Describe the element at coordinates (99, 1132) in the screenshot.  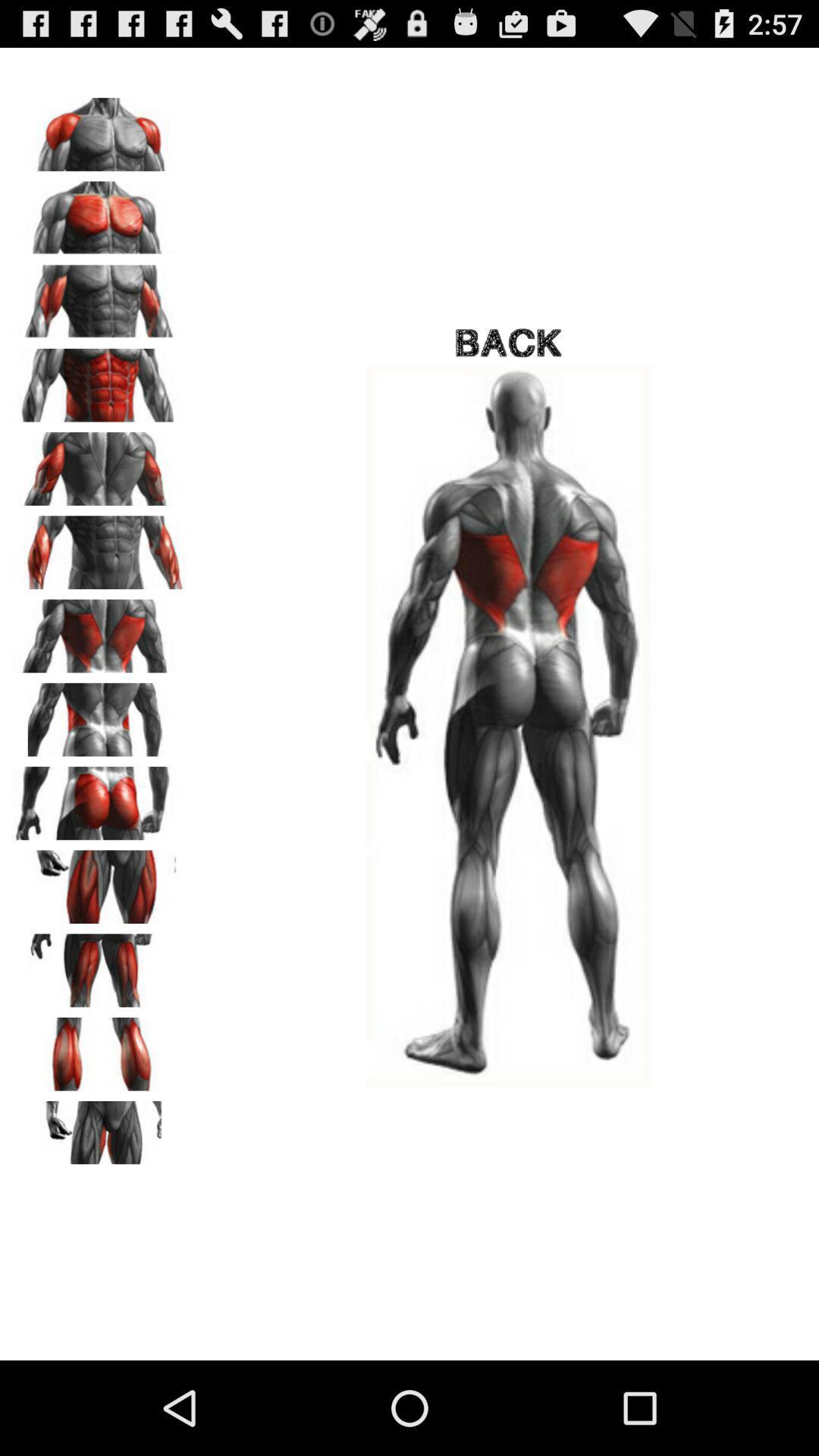
I see `see upper thigh exercises` at that location.